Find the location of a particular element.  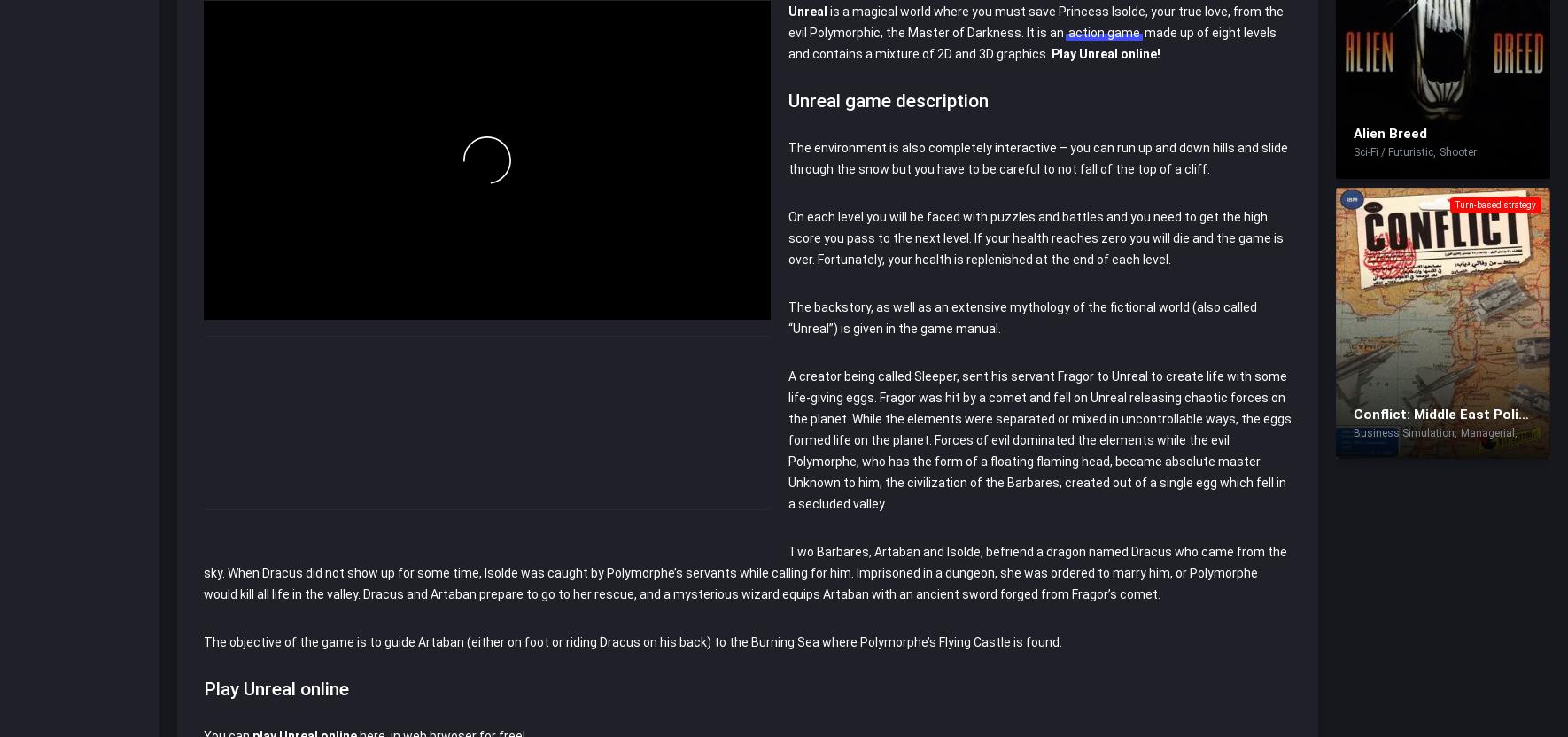

'Business Simulation' is located at coordinates (1353, 431).